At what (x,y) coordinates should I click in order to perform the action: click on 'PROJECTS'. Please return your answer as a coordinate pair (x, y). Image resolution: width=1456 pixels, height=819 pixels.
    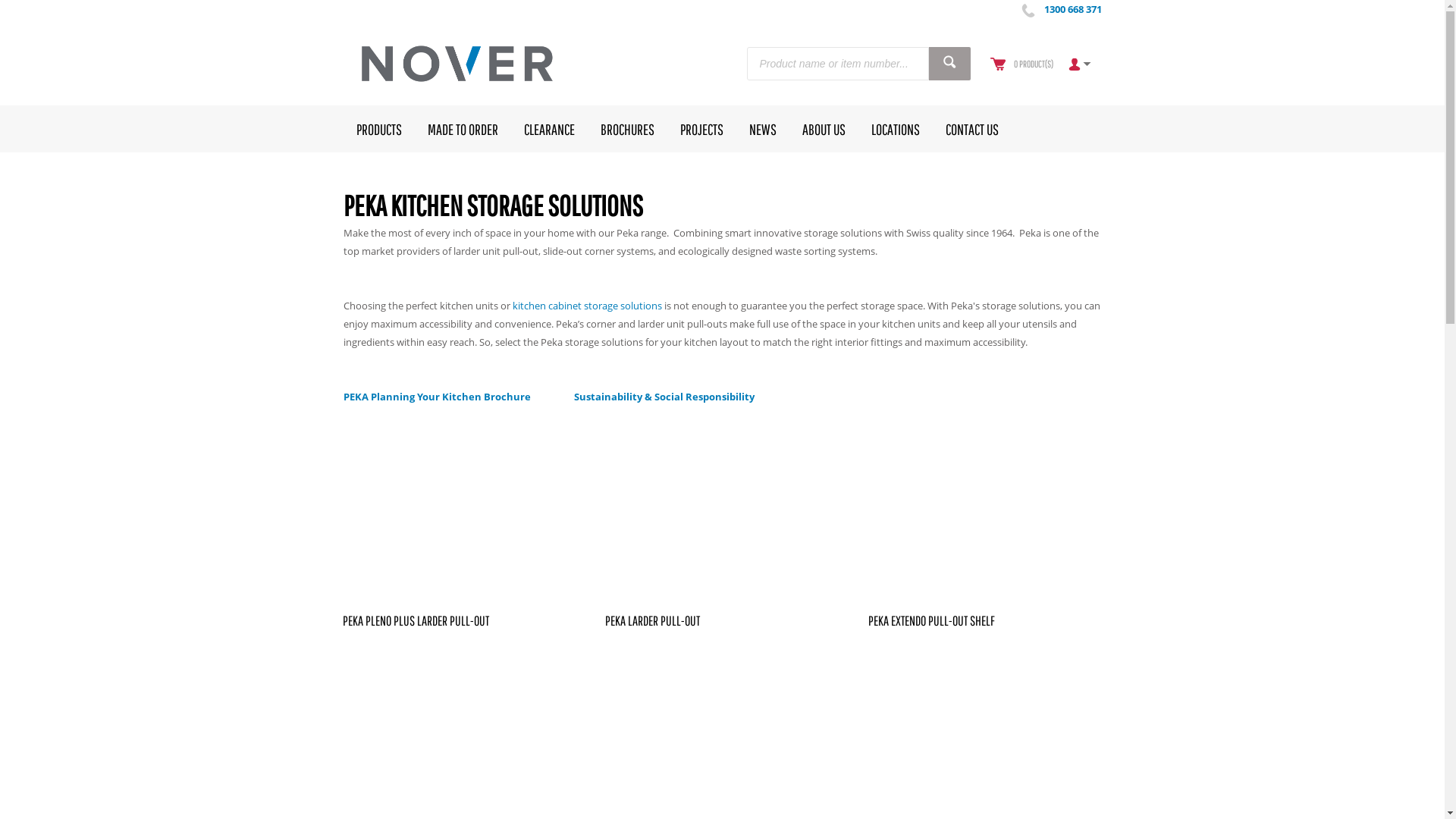
    Looking at the image, I should click on (667, 127).